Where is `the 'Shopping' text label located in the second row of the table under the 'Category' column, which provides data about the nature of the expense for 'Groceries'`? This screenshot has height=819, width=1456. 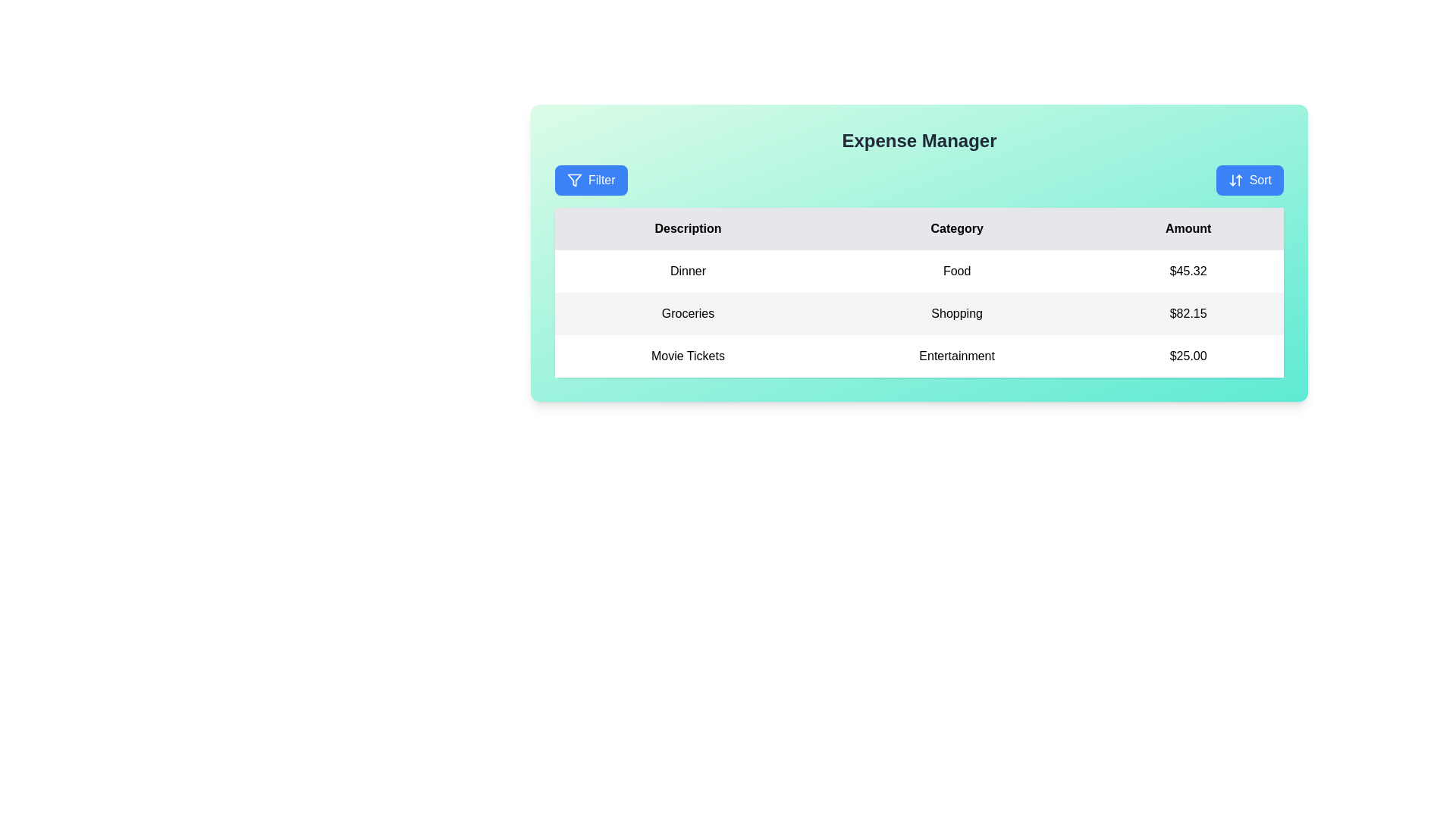 the 'Shopping' text label located in the second row of the table under the 'Category' column, which provides data about the nature of the expense for 'Groceries' is located at coordinates (956, 312).